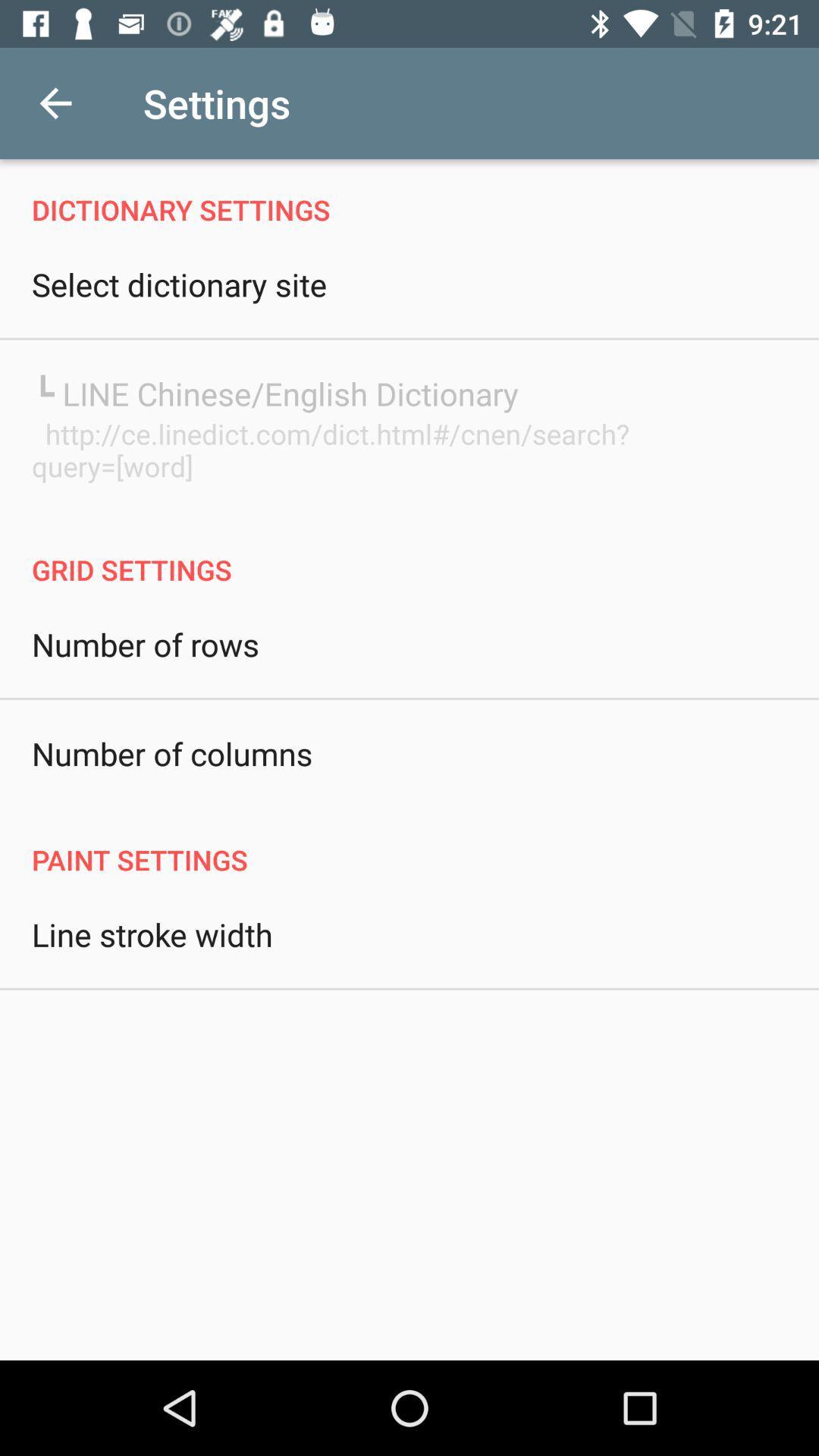 The image size is (819, 1456). What do you see at coordinates (178, 284) in the screenshot?
I see `the select dictionary site` at bounding box center [178, 284].